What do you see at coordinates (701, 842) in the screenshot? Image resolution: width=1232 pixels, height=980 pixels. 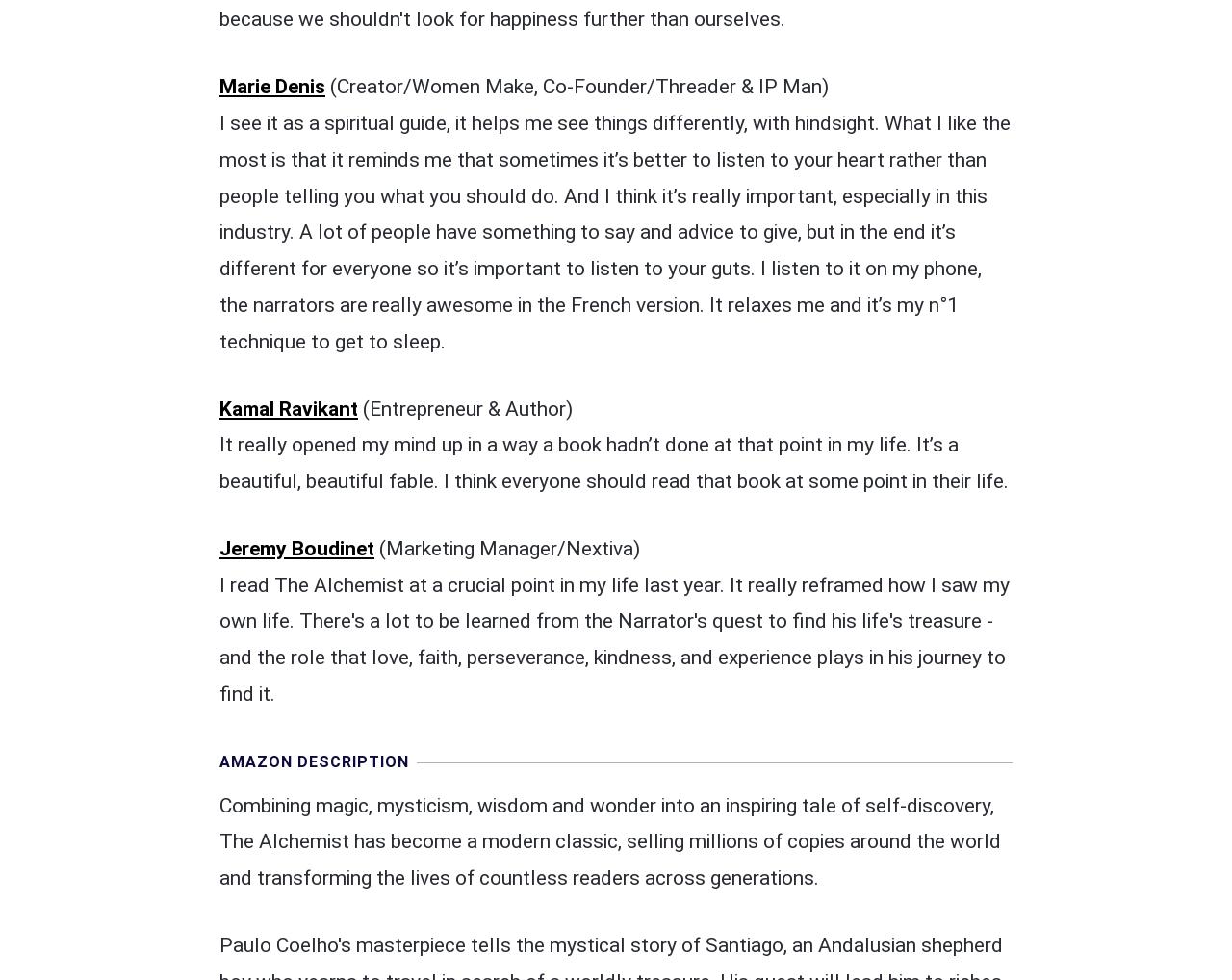 I see `'Book Depository'` at bounding box center [701, 842].